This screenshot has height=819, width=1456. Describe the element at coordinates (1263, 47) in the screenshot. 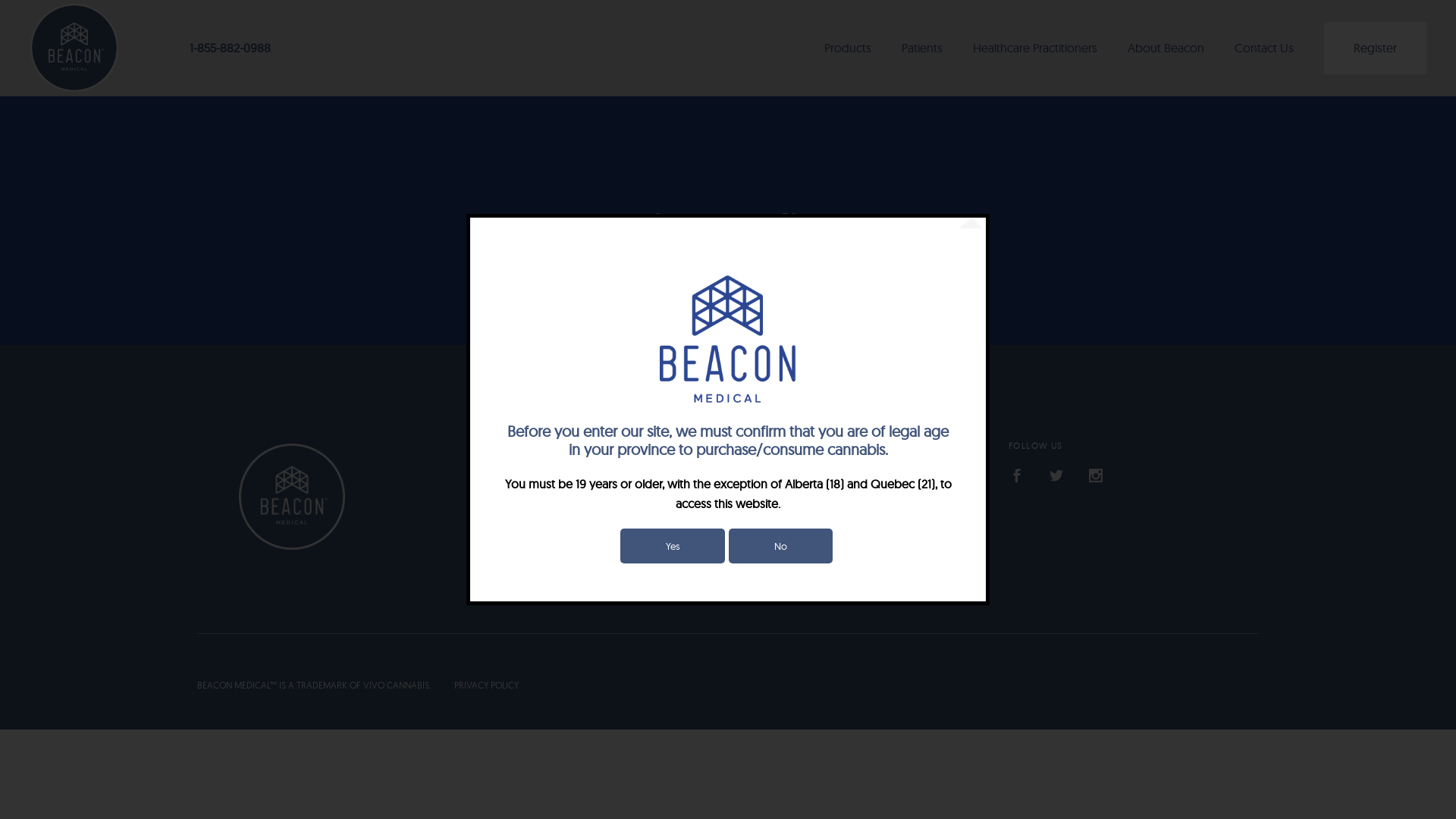

I see `'Contact Us'` at that location.